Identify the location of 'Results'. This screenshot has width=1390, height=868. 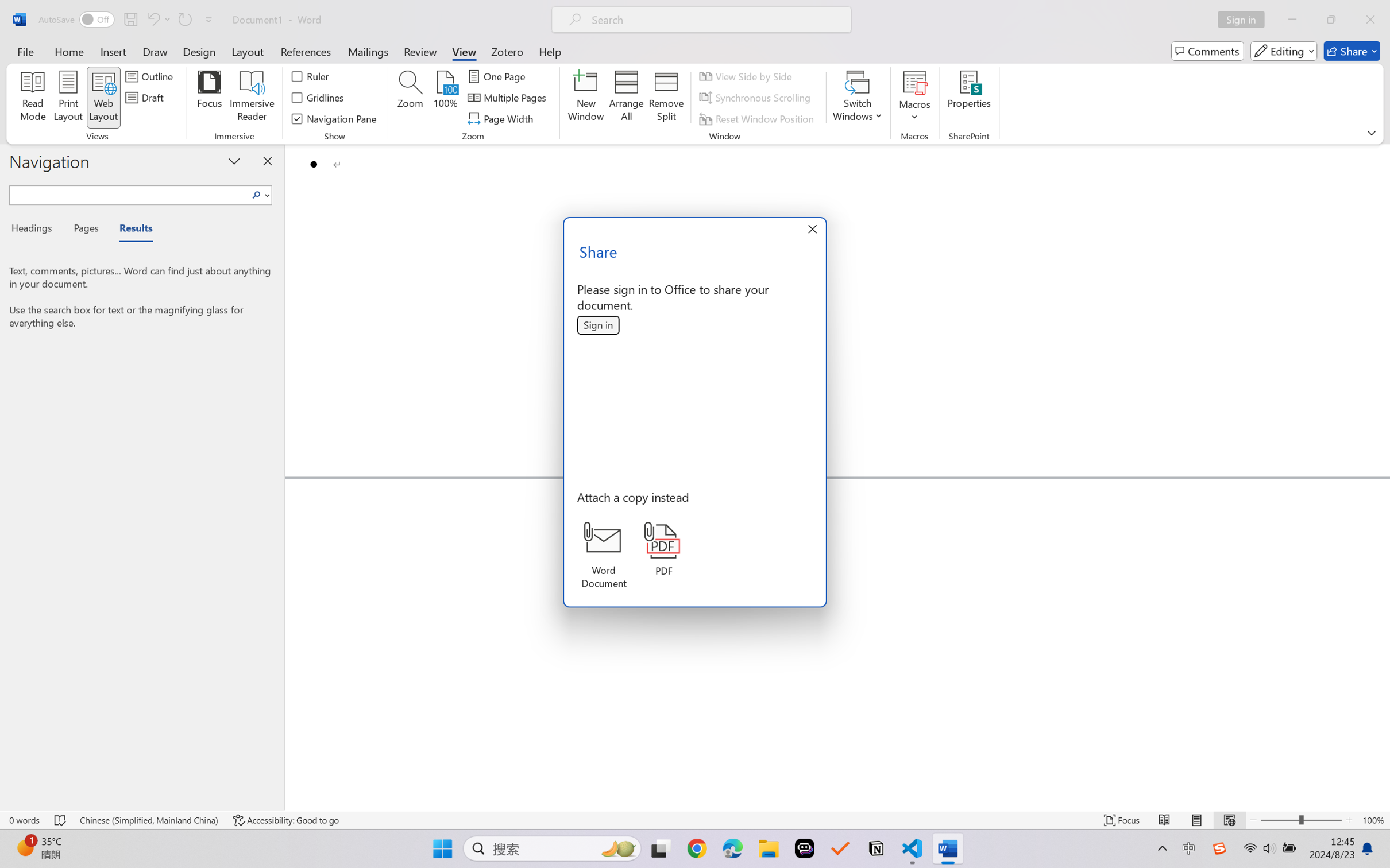
(130, 230).